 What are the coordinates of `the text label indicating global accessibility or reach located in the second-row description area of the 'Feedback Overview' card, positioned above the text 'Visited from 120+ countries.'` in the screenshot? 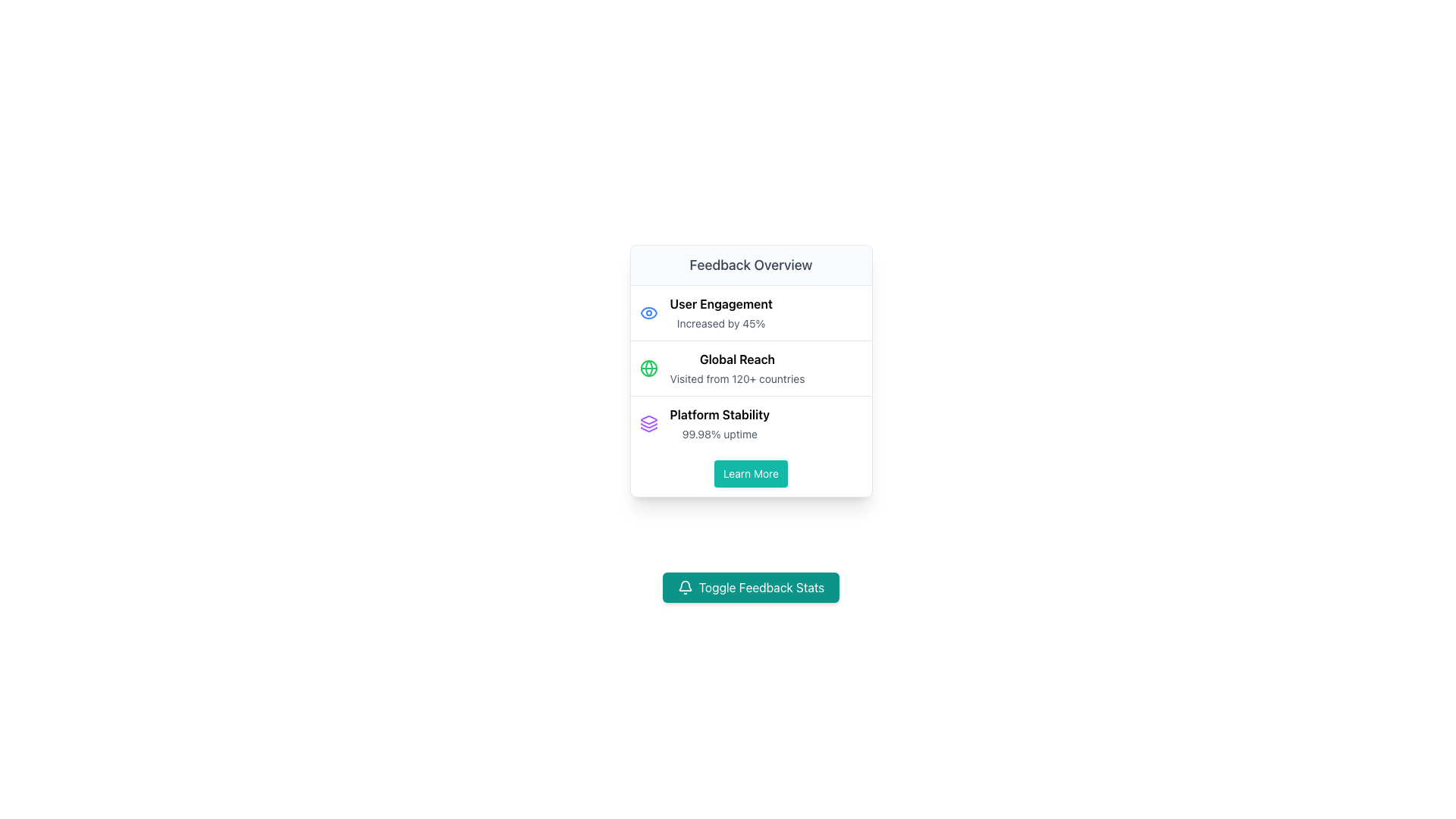 It's located at (737, 359).